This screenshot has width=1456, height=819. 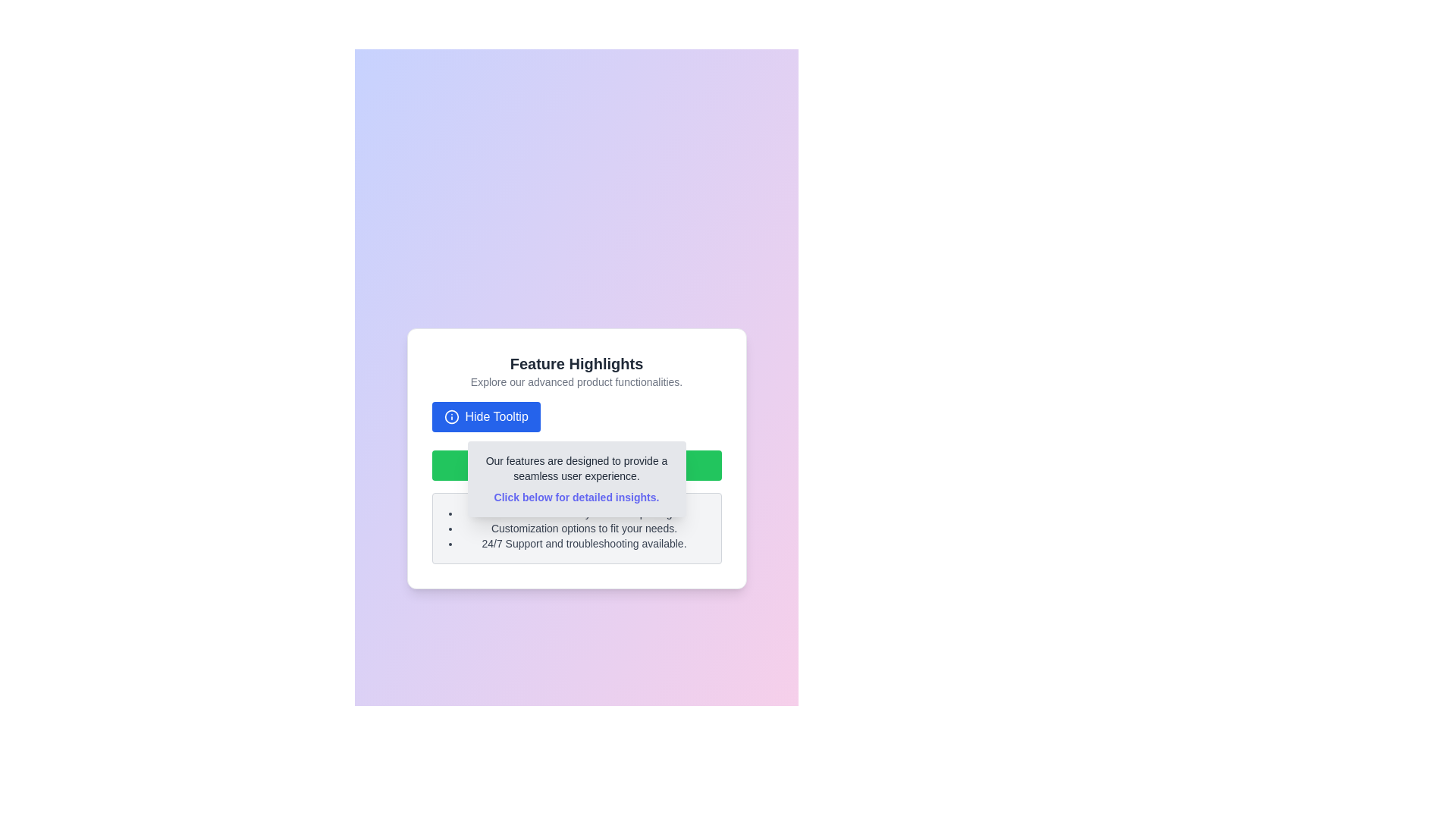 What do you see at coordinates (576, 528) in the screenshot?
I see `the informational list that provides details about features or services offered, located below the 'Hide Details' green button in the modal card` at bounding box center [576, 528].